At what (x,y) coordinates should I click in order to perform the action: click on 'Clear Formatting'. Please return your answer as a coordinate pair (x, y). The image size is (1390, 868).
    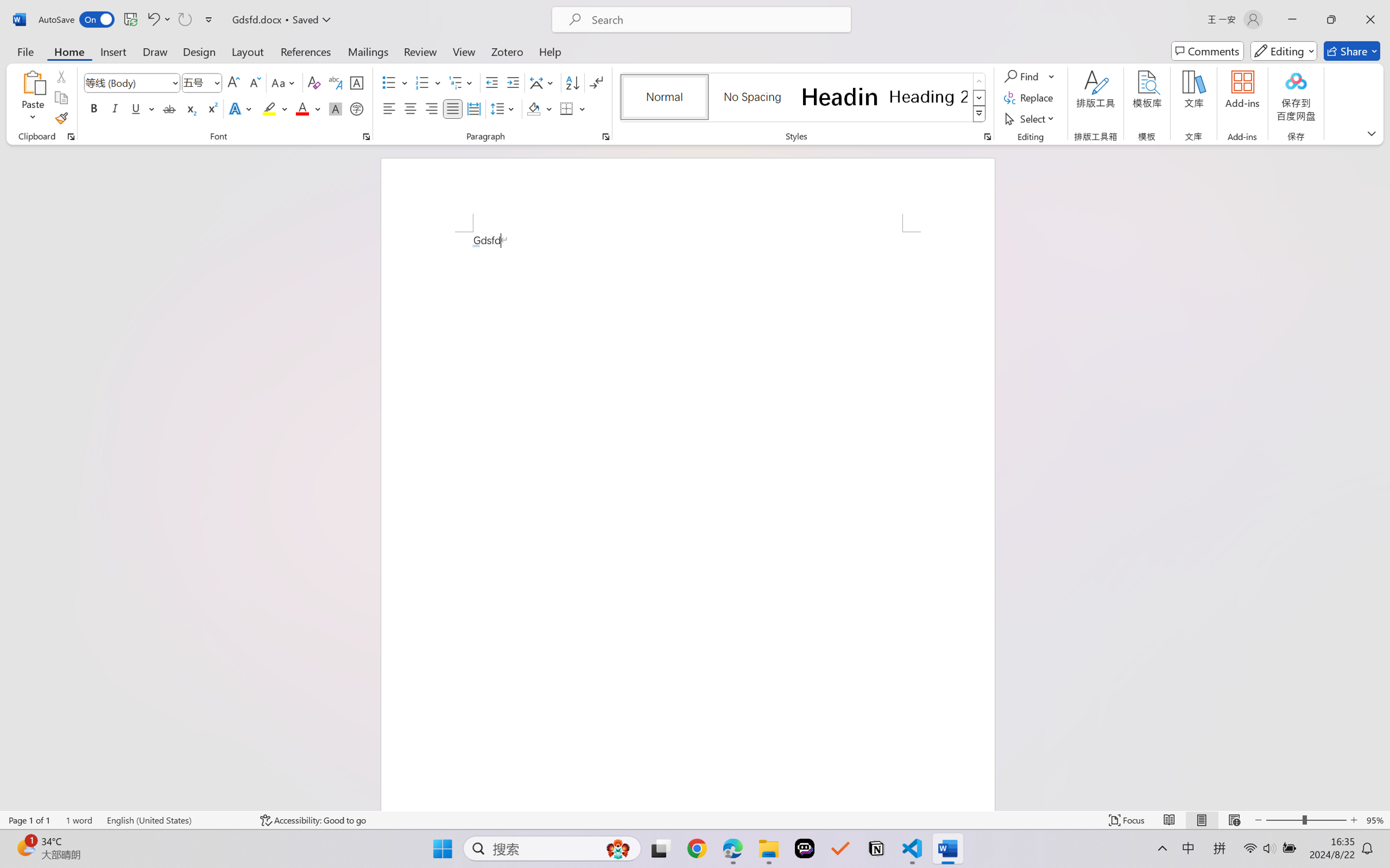
    Looking at the image, I should click on (313, 83).